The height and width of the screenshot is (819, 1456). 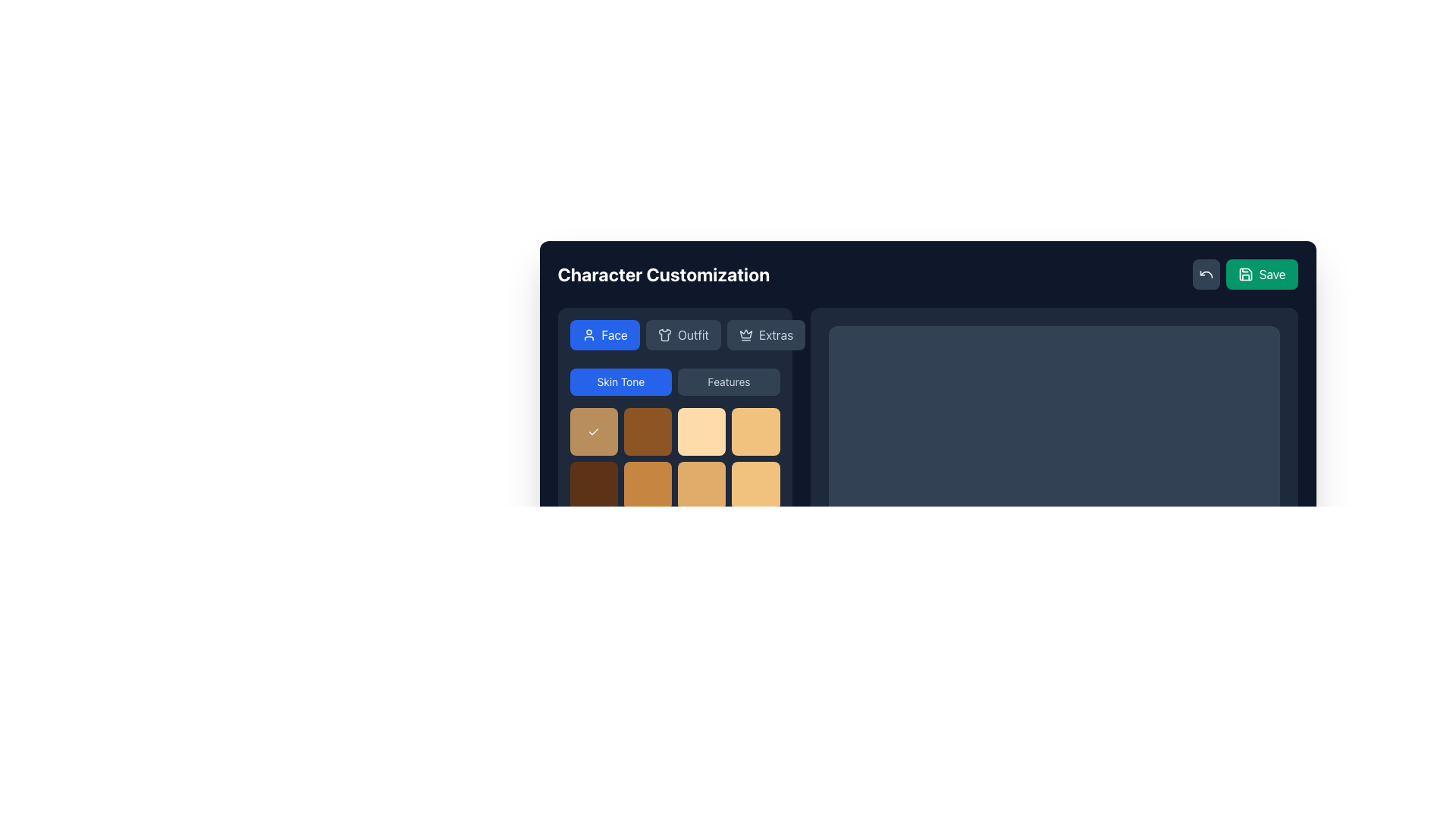 I want to click on a square, so click(x=674, y=463).